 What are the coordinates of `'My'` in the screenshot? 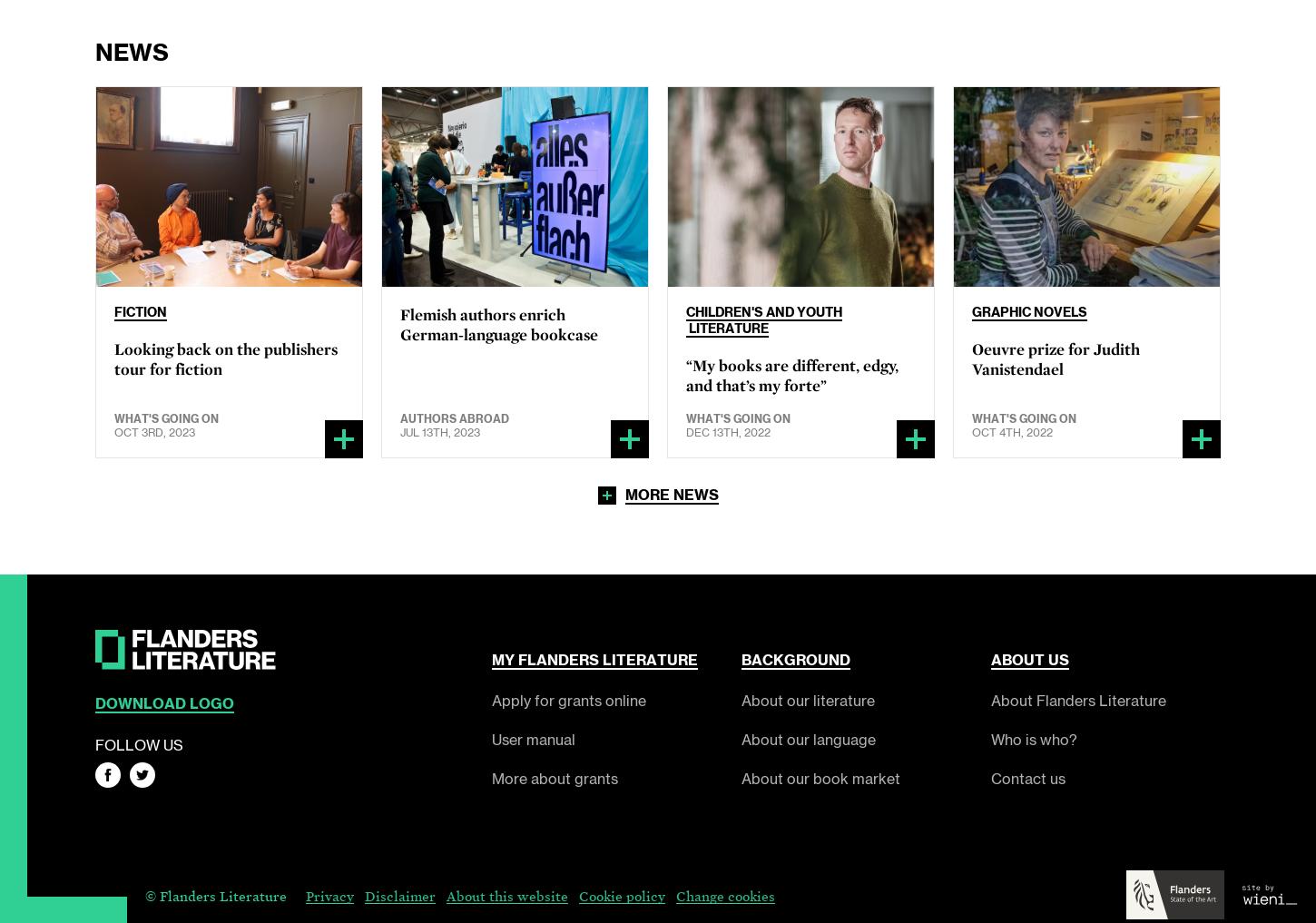 It's located at (490, 658).